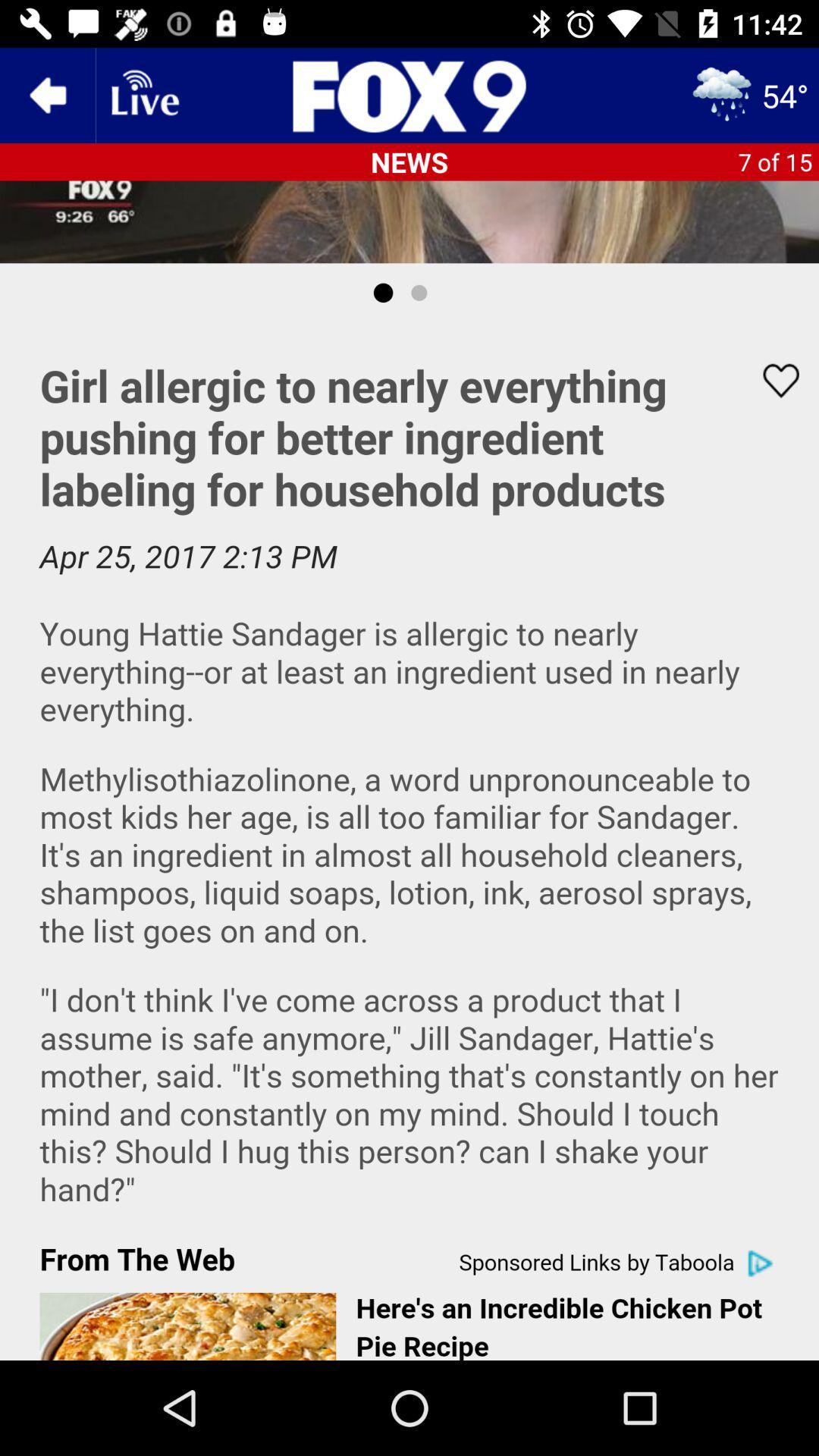 Image resolution: width=819 pixels, height=1456 pixels. What do you see at coordinates (409, 94) in the screenshot?
I see `fox 9` at bounding box center [409, 94].